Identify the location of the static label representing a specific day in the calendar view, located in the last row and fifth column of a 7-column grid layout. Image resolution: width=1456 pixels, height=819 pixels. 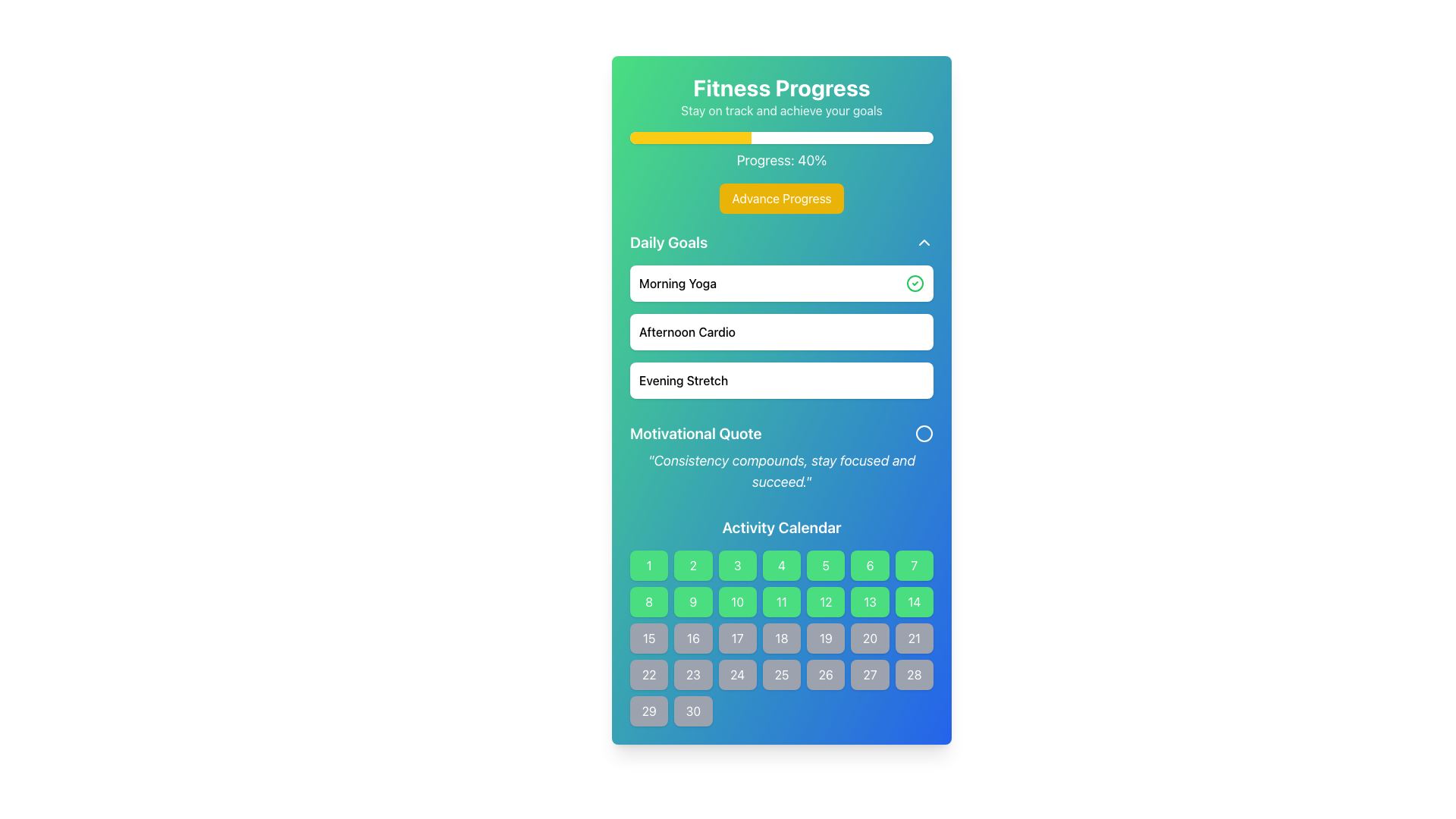
(825, 674).